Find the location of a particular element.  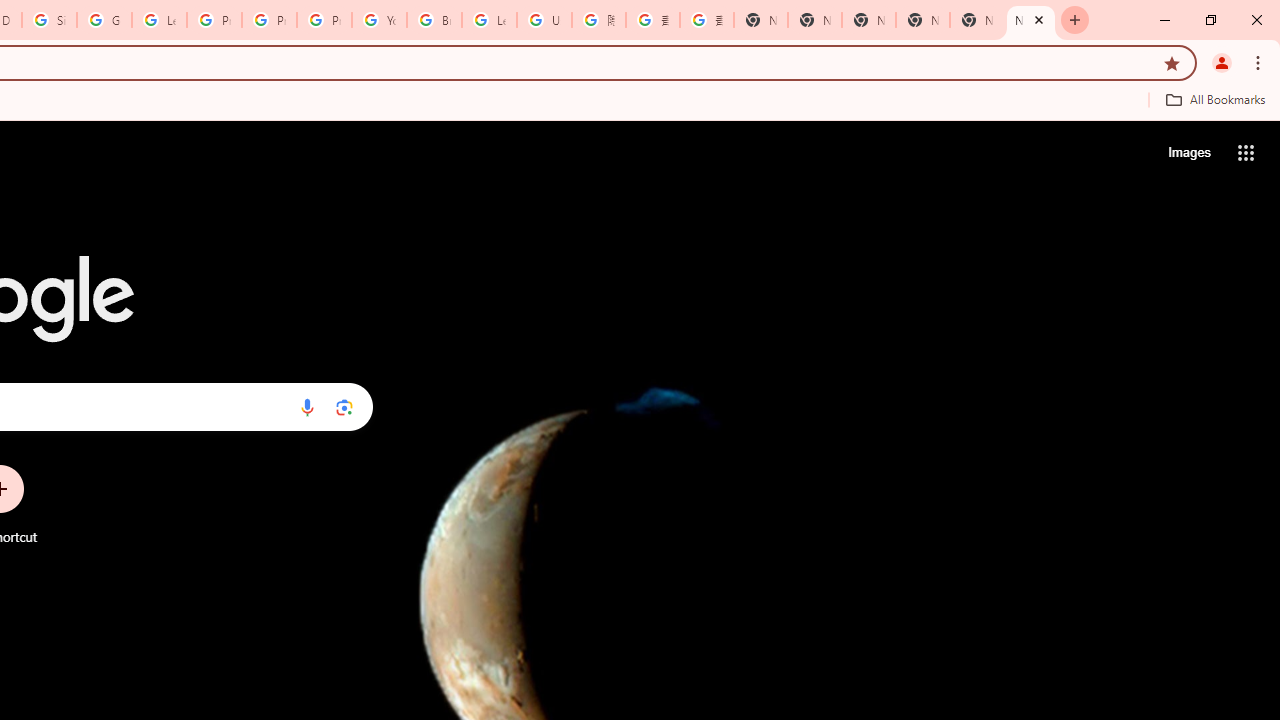

'New Tab' is located at coordinates (1031, 20).